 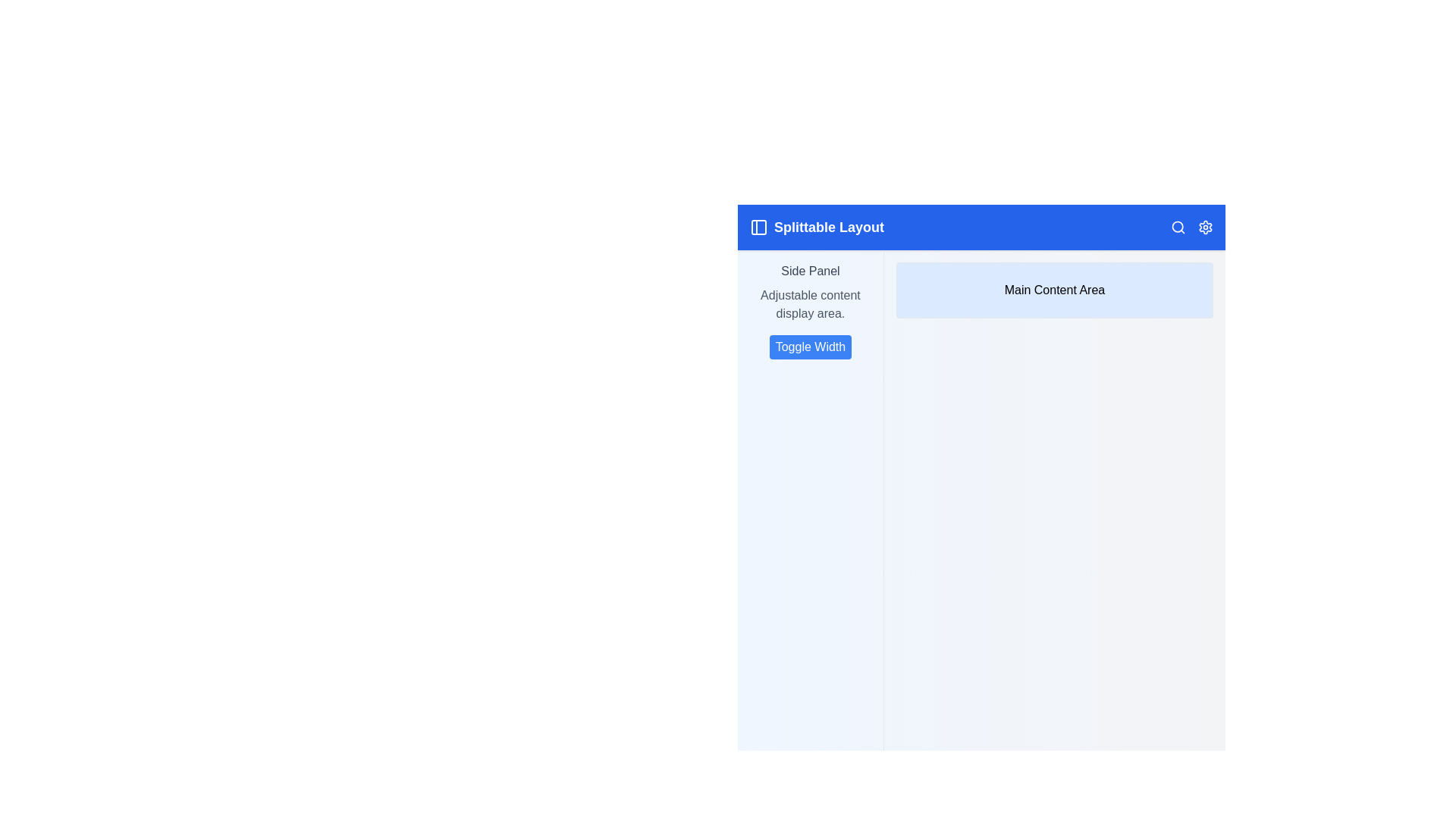 What do you see at coordinates (828, 227) in the screenshot?
I see `header text located in the top horizontal blue bar, aligned towards the center left and adjacent to a graphical icon` at bounding box center [828, 227].